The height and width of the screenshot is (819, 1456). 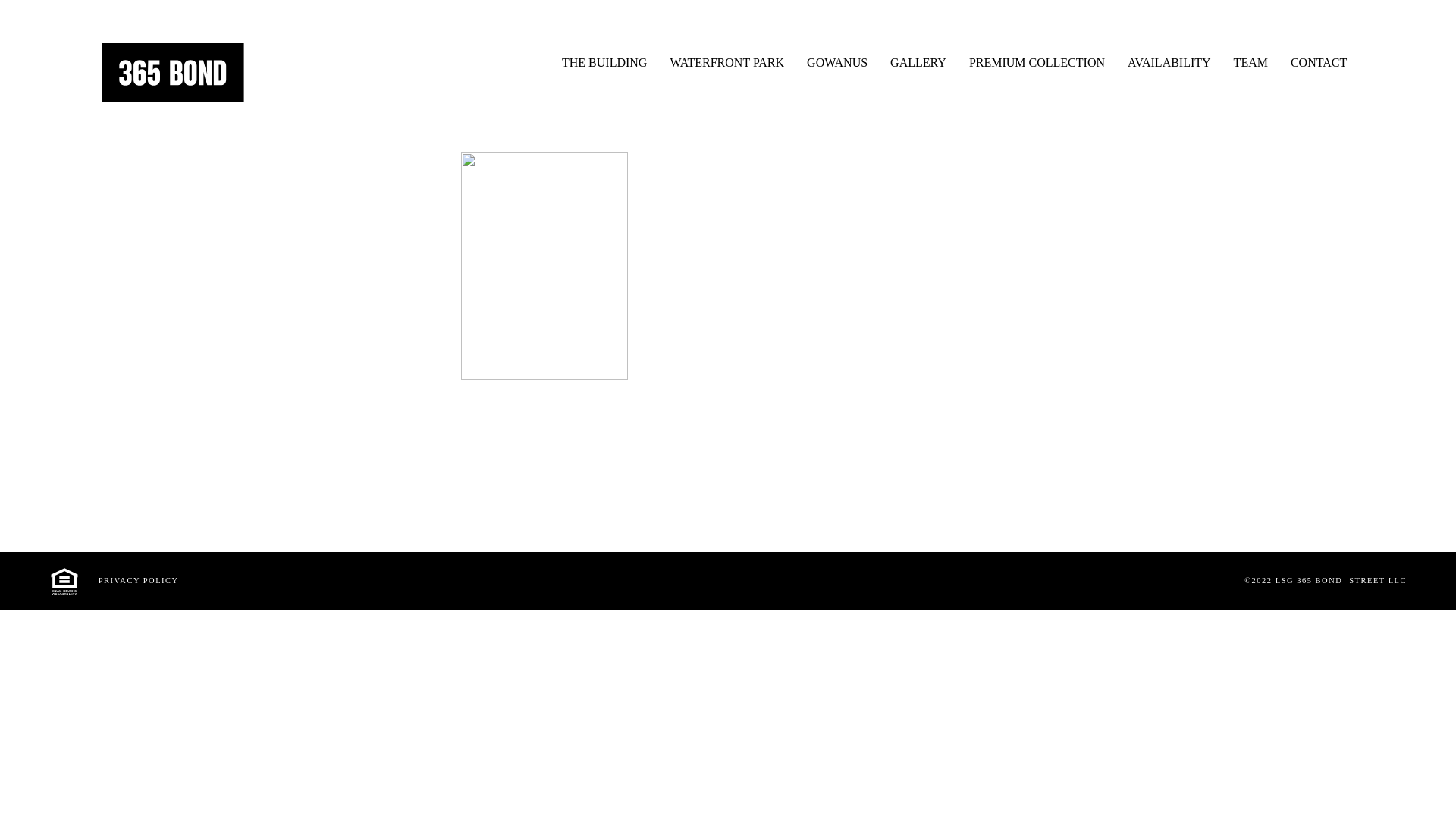 I want to click on 'THE BUILDING', so click(x=603, y=58).